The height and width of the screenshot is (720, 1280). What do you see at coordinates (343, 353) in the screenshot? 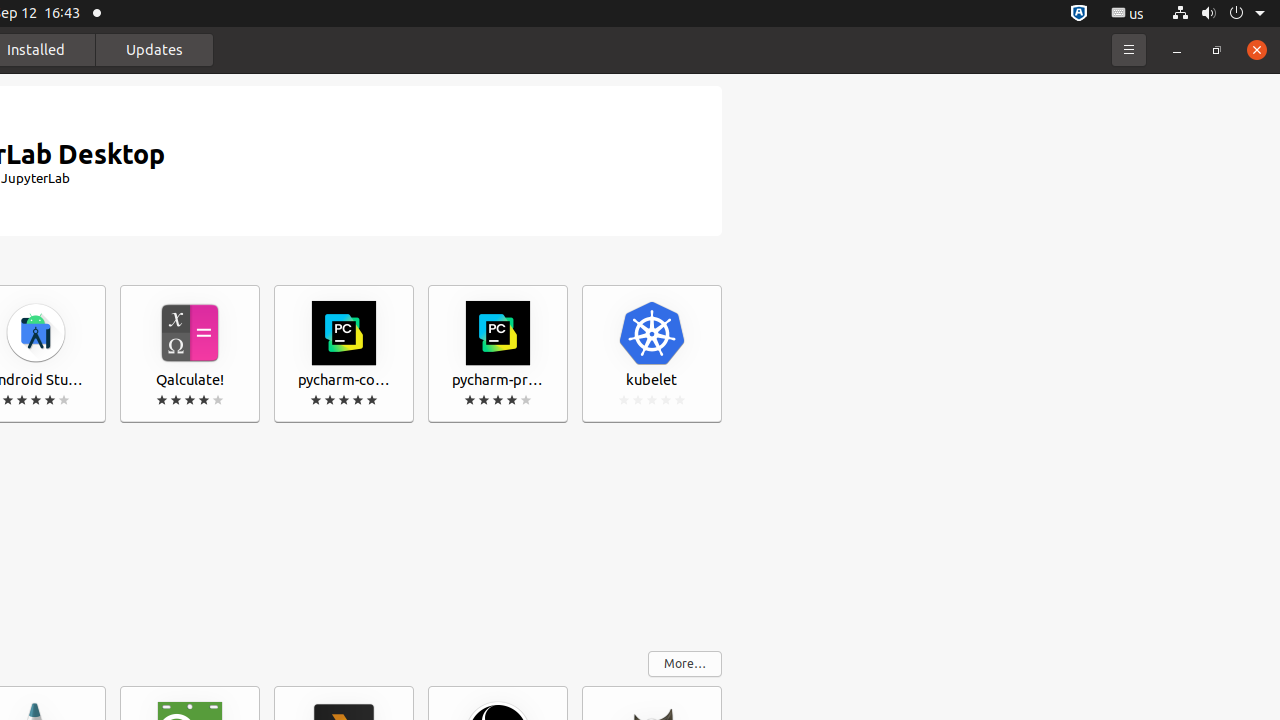
I see `'pycharm-community'` at bounding box center [343, 353].